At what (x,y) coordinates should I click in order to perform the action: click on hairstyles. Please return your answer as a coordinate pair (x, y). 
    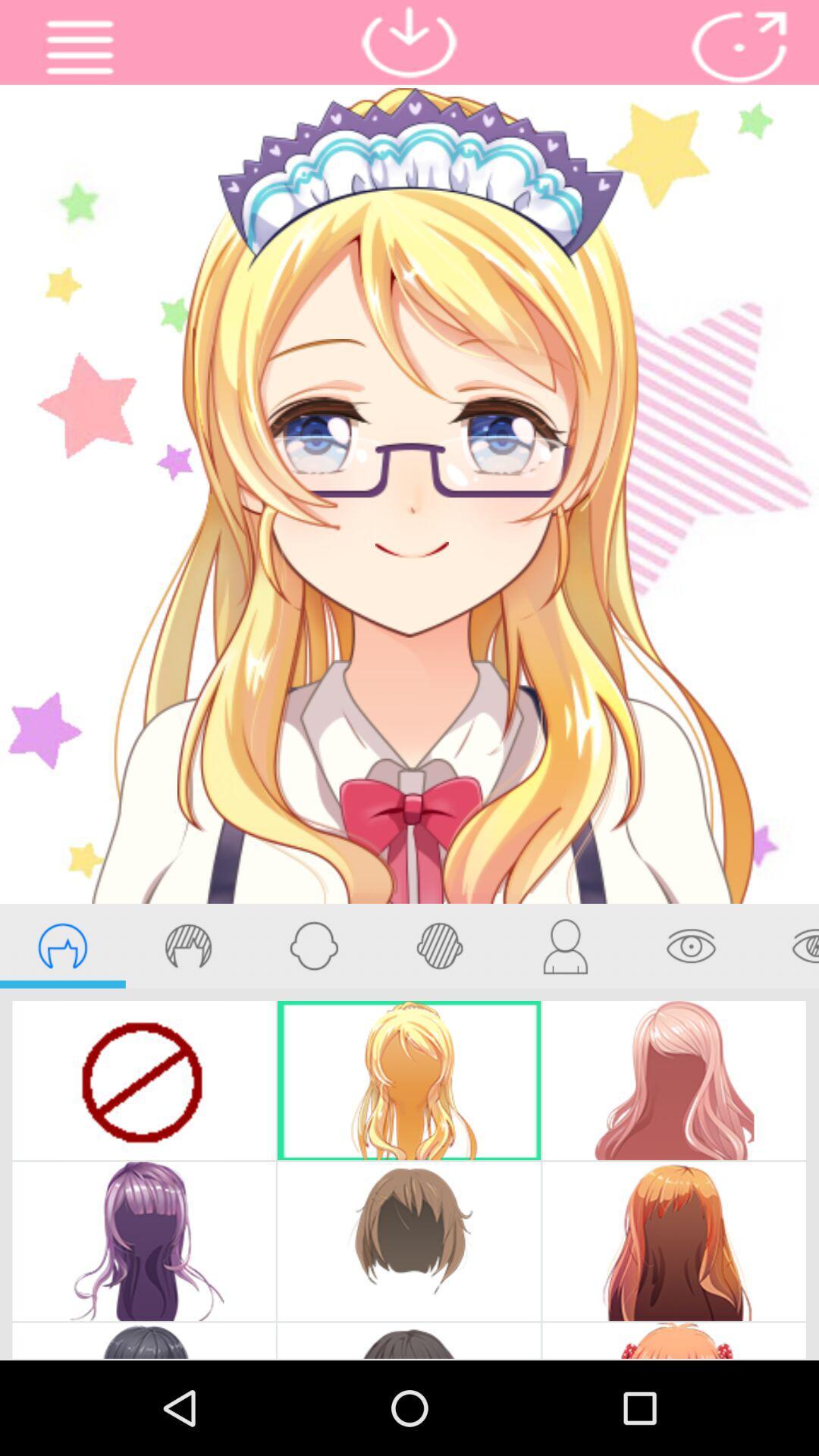
    Looking at the image, I should click on (61, 945).